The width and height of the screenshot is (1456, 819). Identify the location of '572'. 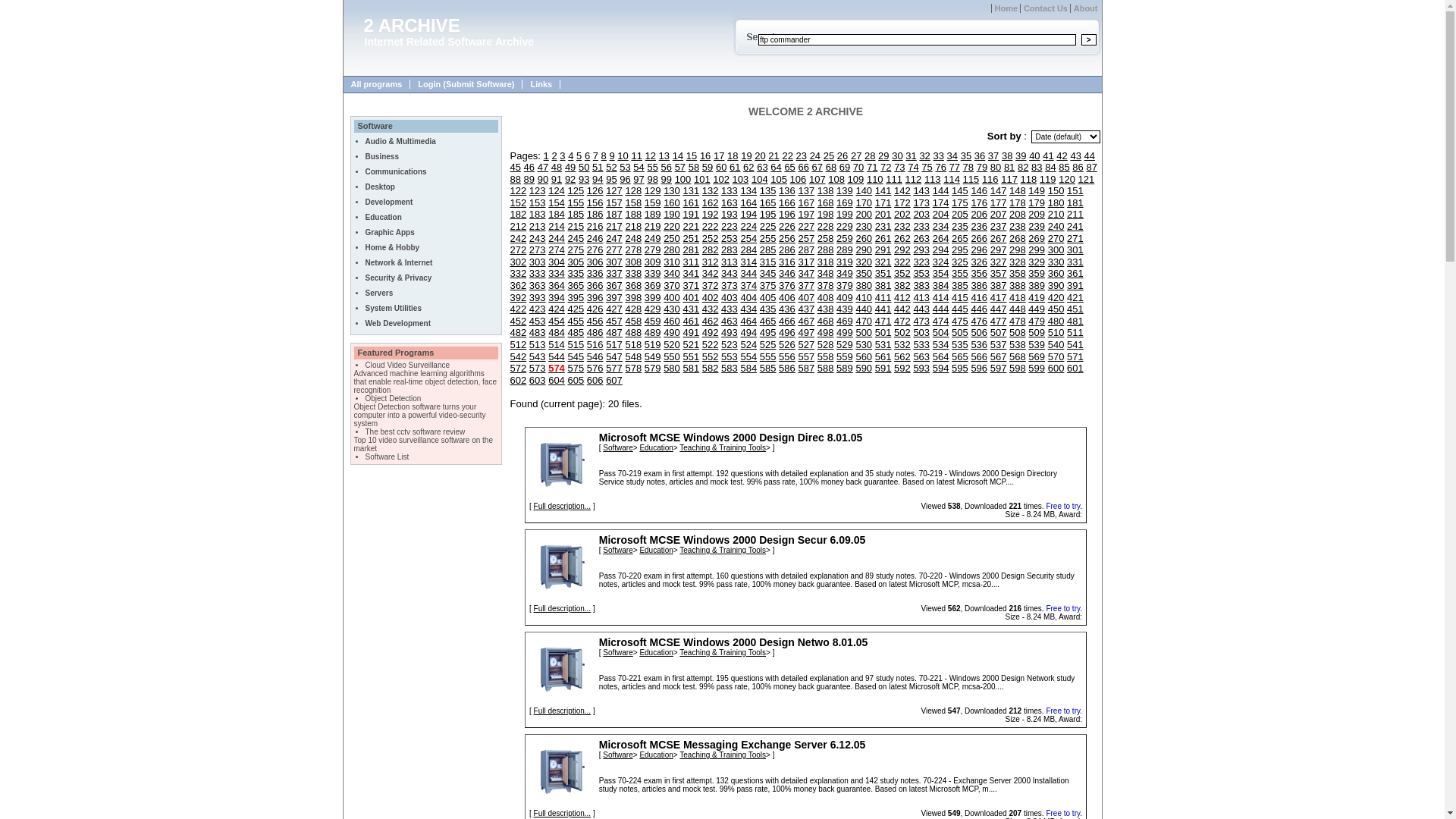
(510, 368).